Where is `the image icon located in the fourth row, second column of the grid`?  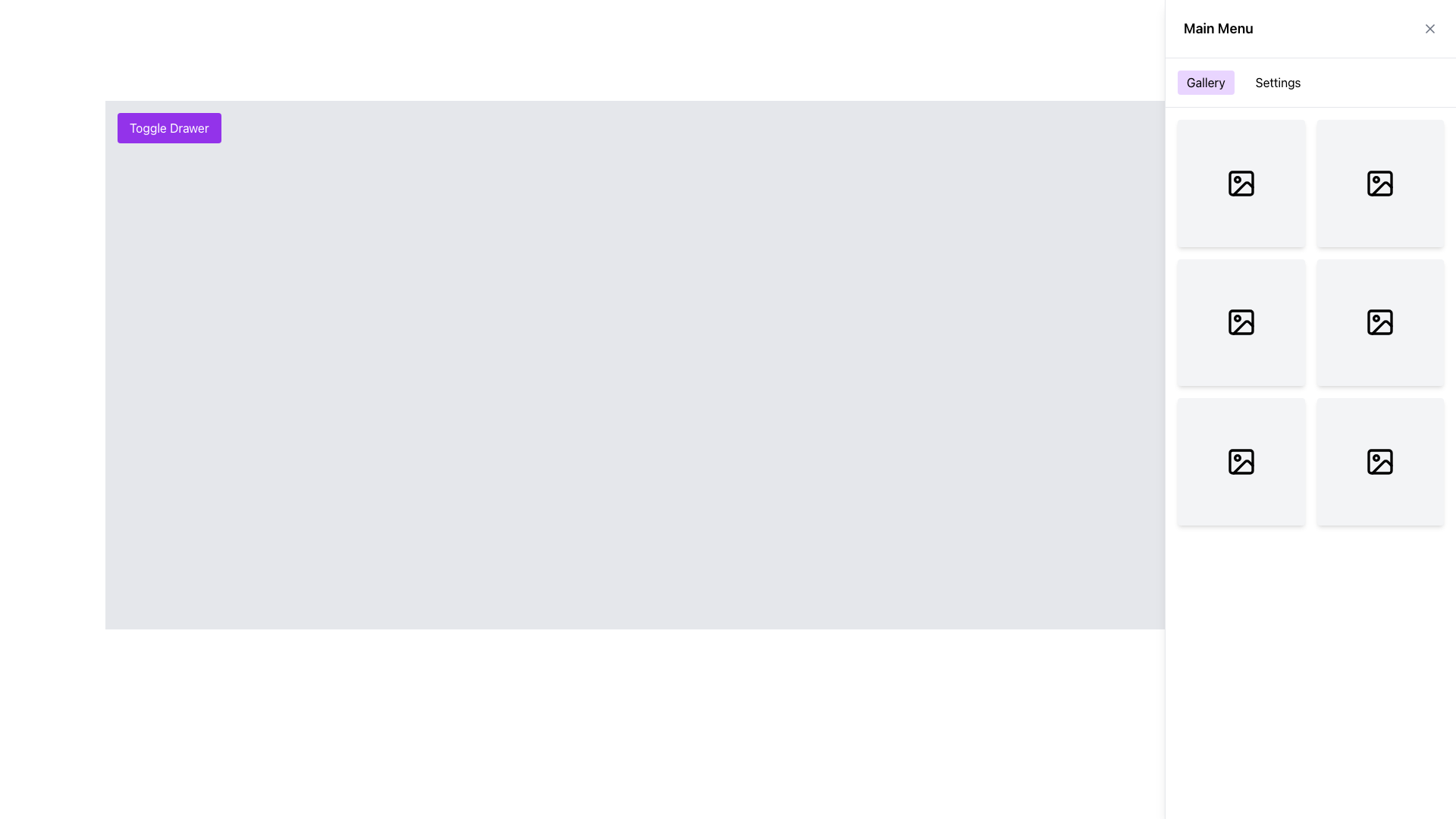 the image icon located in the fourth row, second column of the grid is located at coordinates (1241, 460).